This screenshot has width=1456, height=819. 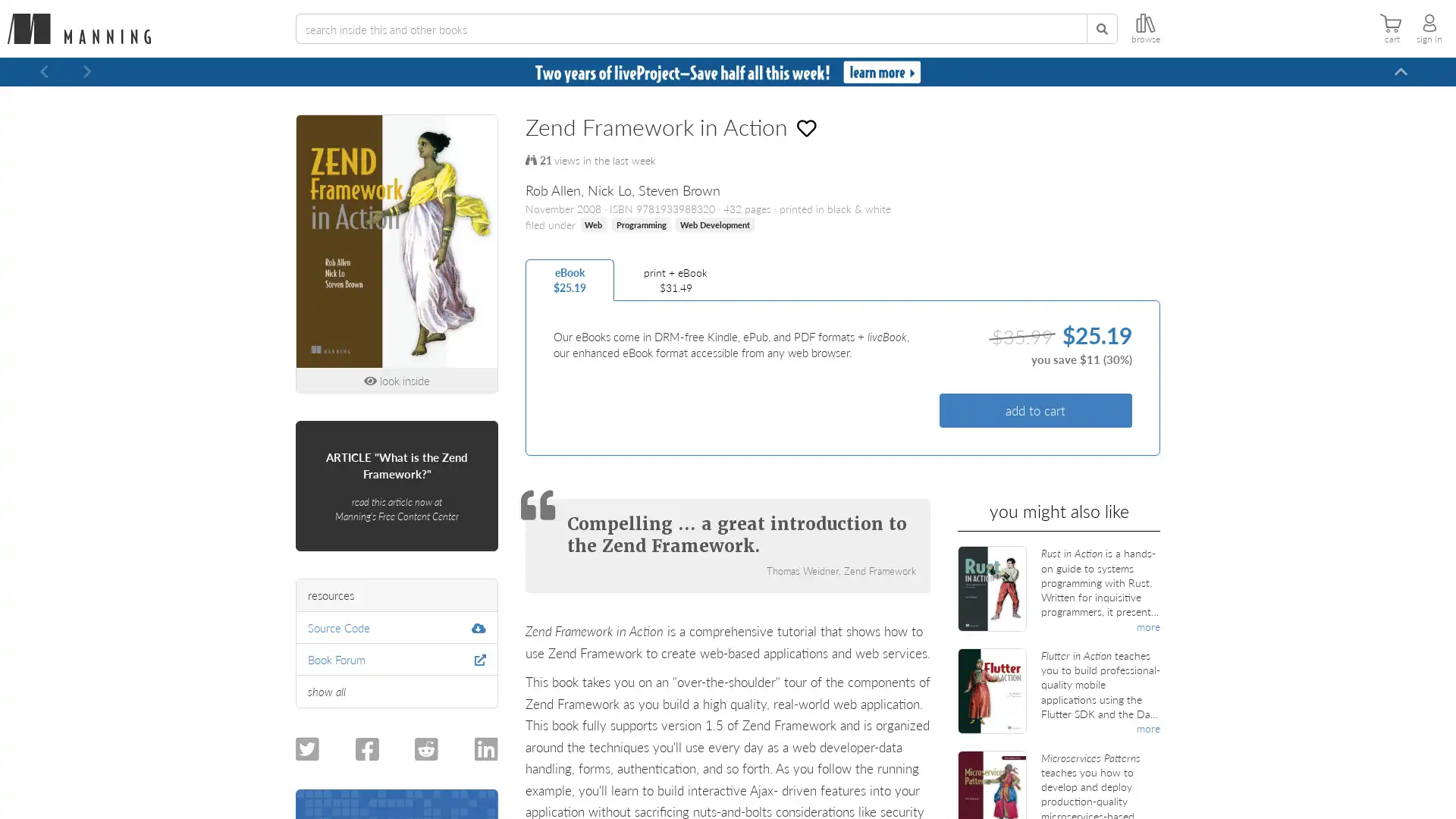 I want to click on add to cart, so click(x=1034, y=410).